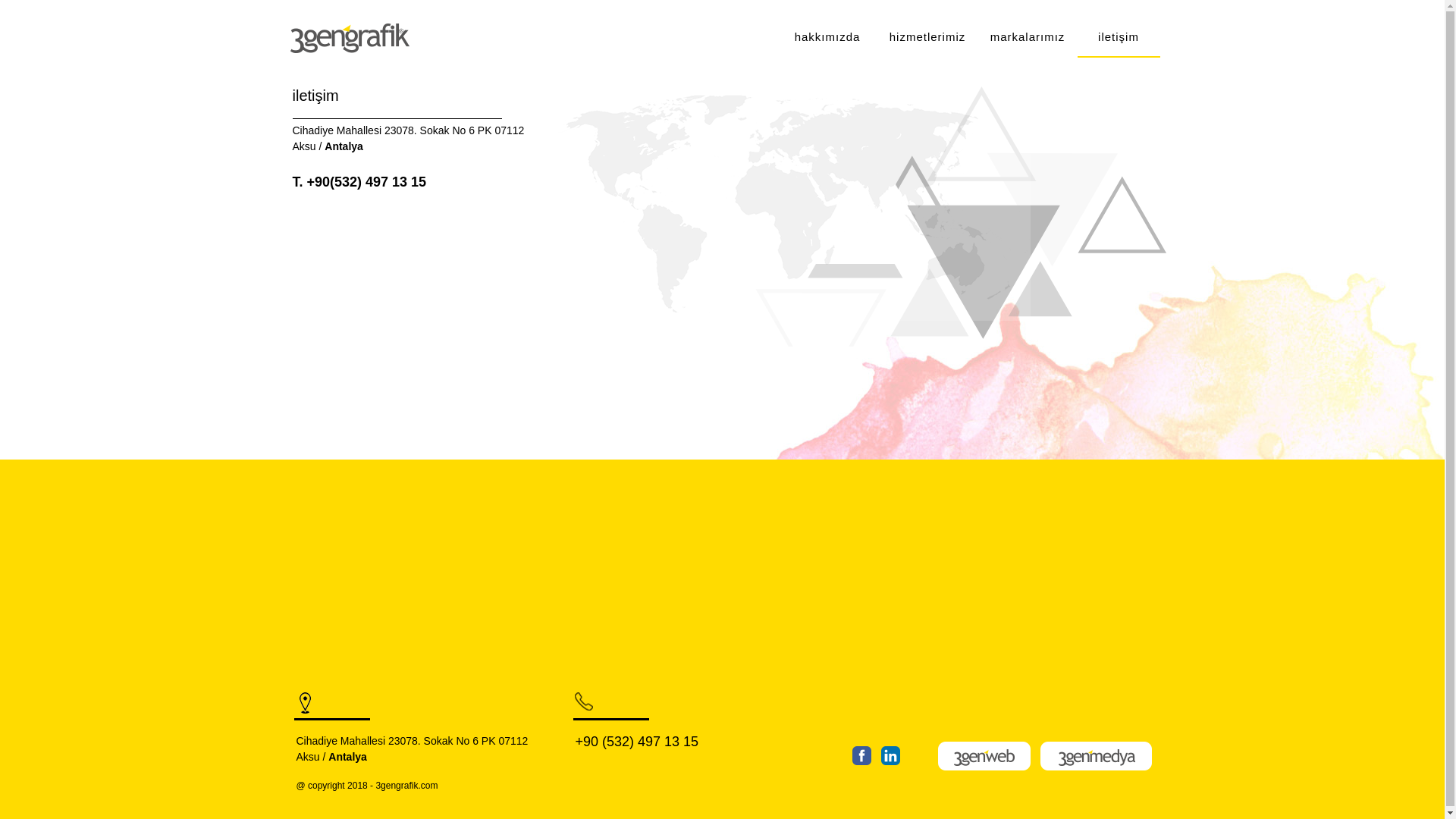  Describe the element at coordinates (926, 37) in the screenshot. I see `'hizmetlerimiz'` at that location.